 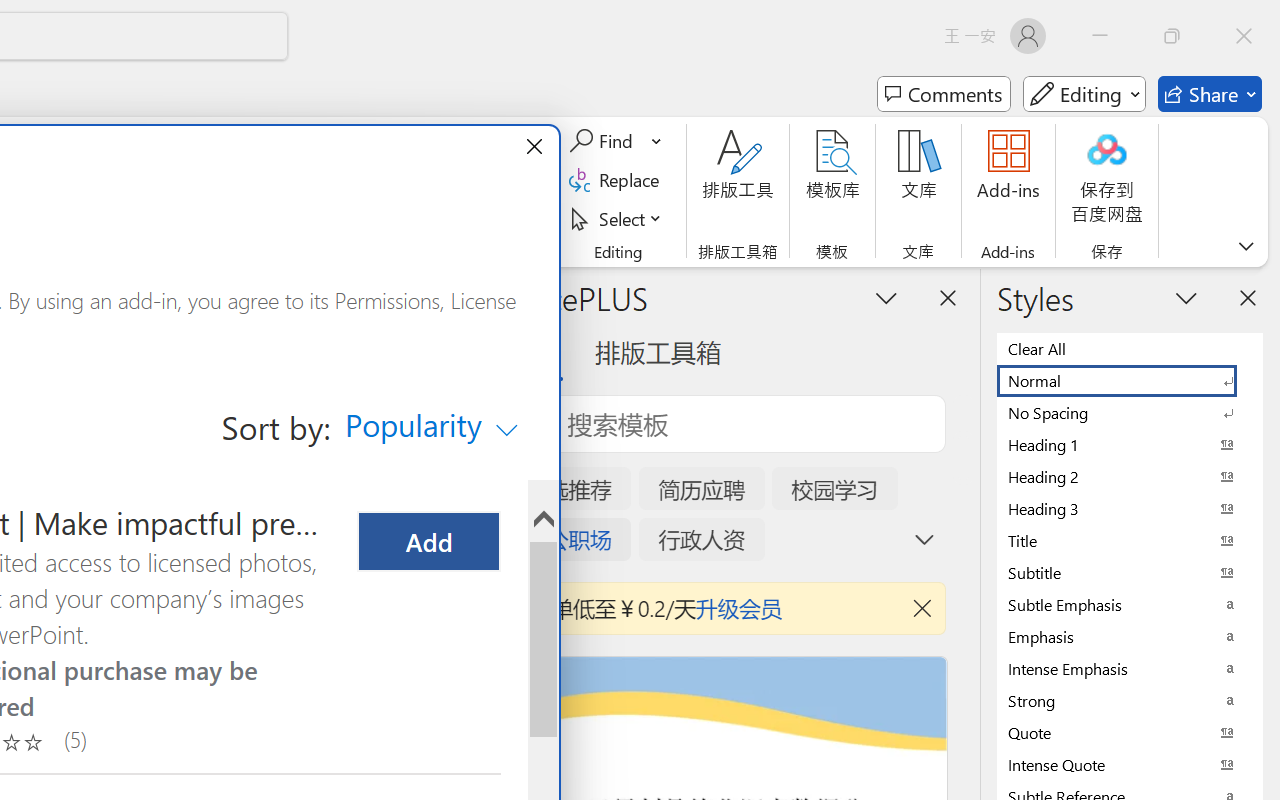 What do you see at coordinates (943, 94) in the screenshot?
I see `'Comments'` at bounding box center [943, 94].